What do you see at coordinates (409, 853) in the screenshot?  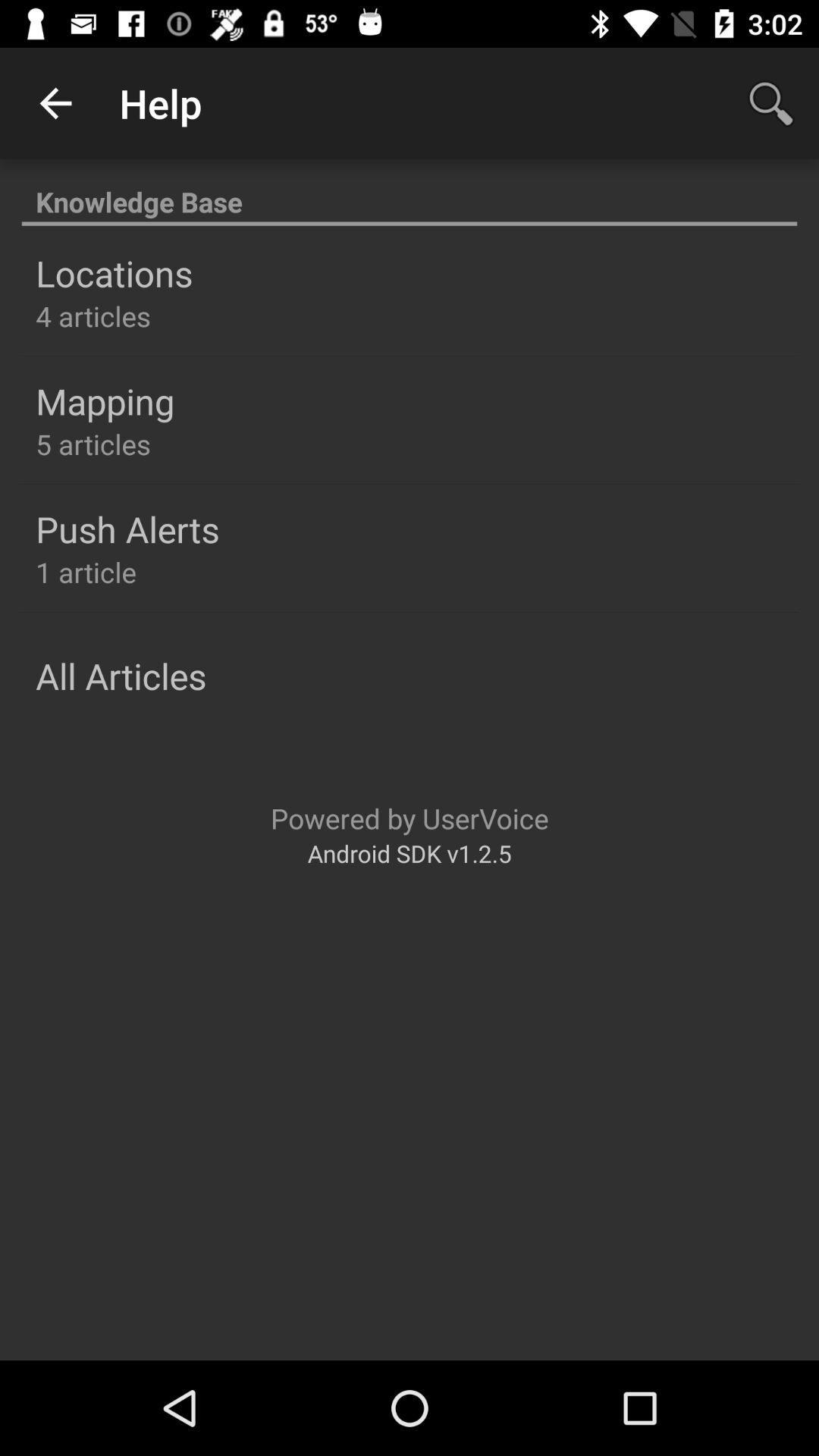 I see `the android sdk v1 item` at bounding box center [409, 853].